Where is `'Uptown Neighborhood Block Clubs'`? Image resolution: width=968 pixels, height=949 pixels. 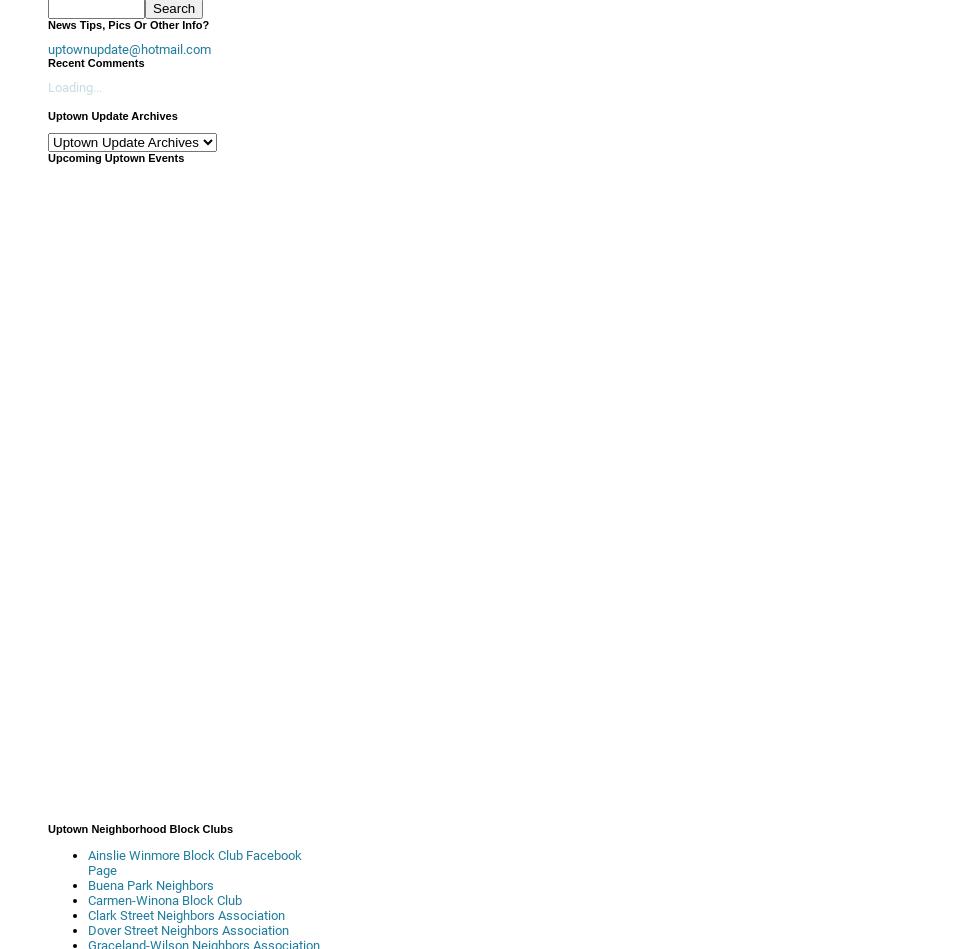
'Uptown Neighborhood Block Clubs' is located at coordinates (139, 828).